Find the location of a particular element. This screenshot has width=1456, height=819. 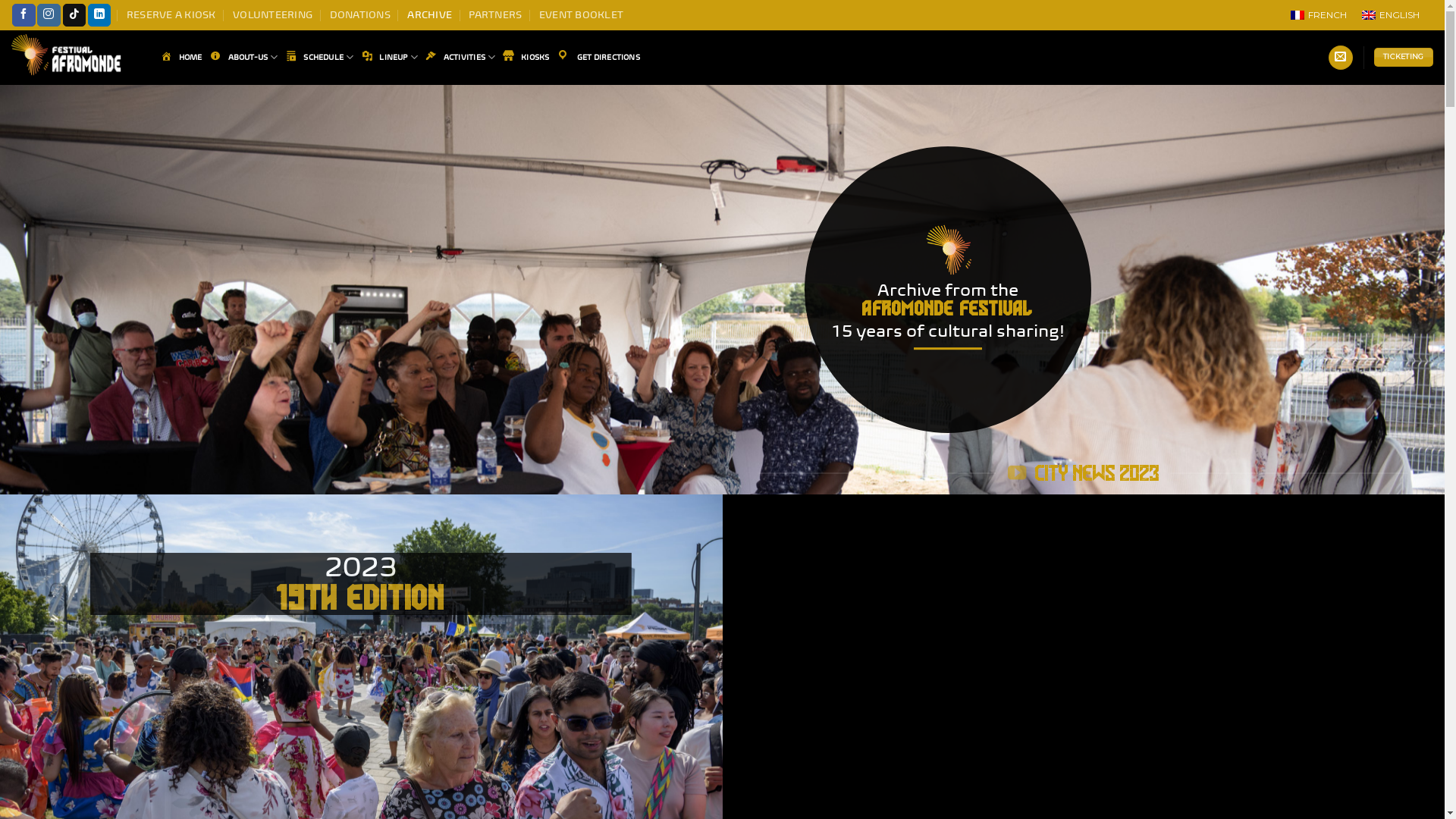

'PARTNERS' is located at coordinates (494, 14).